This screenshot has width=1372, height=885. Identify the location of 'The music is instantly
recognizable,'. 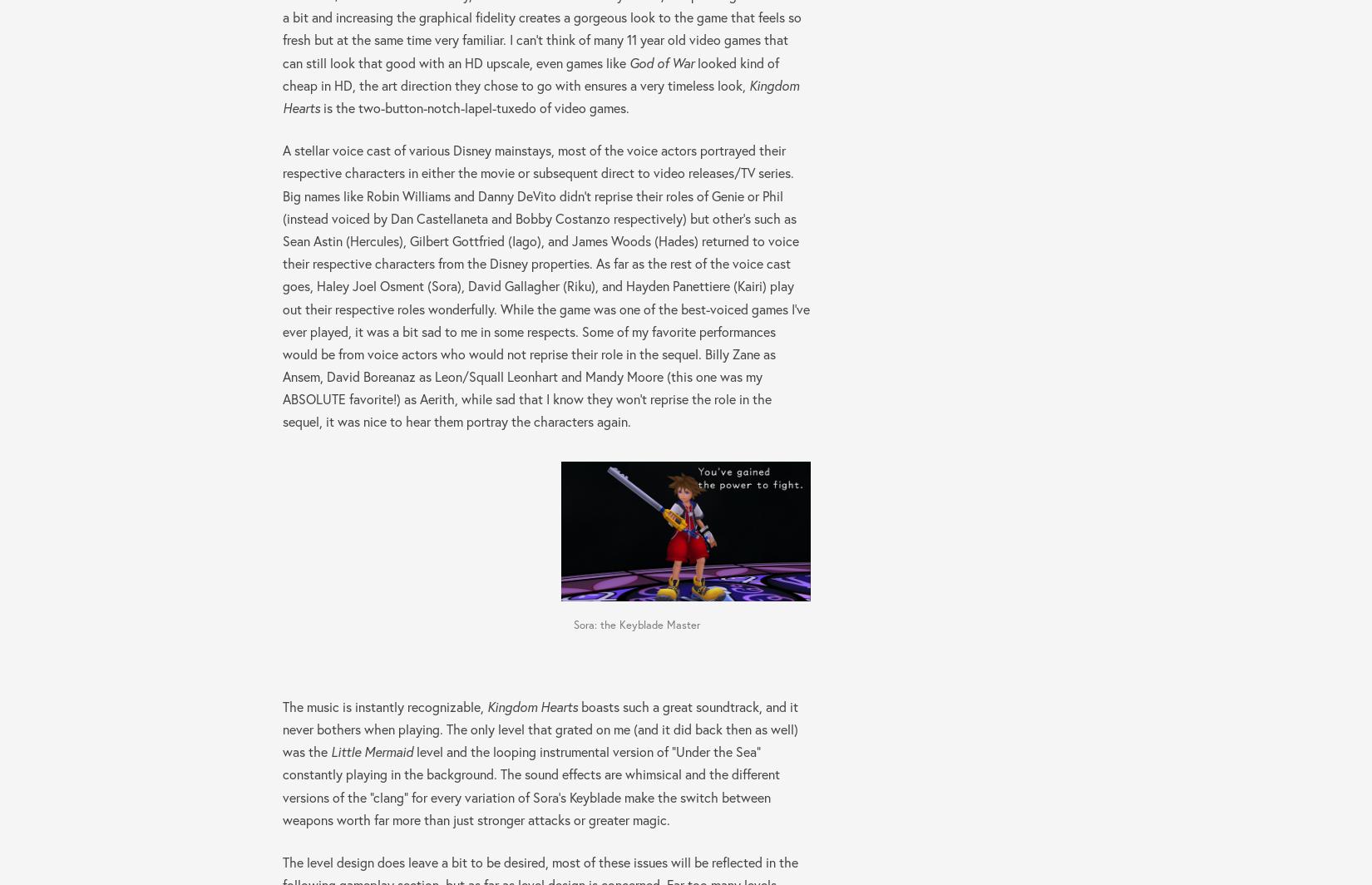
(283, 705).